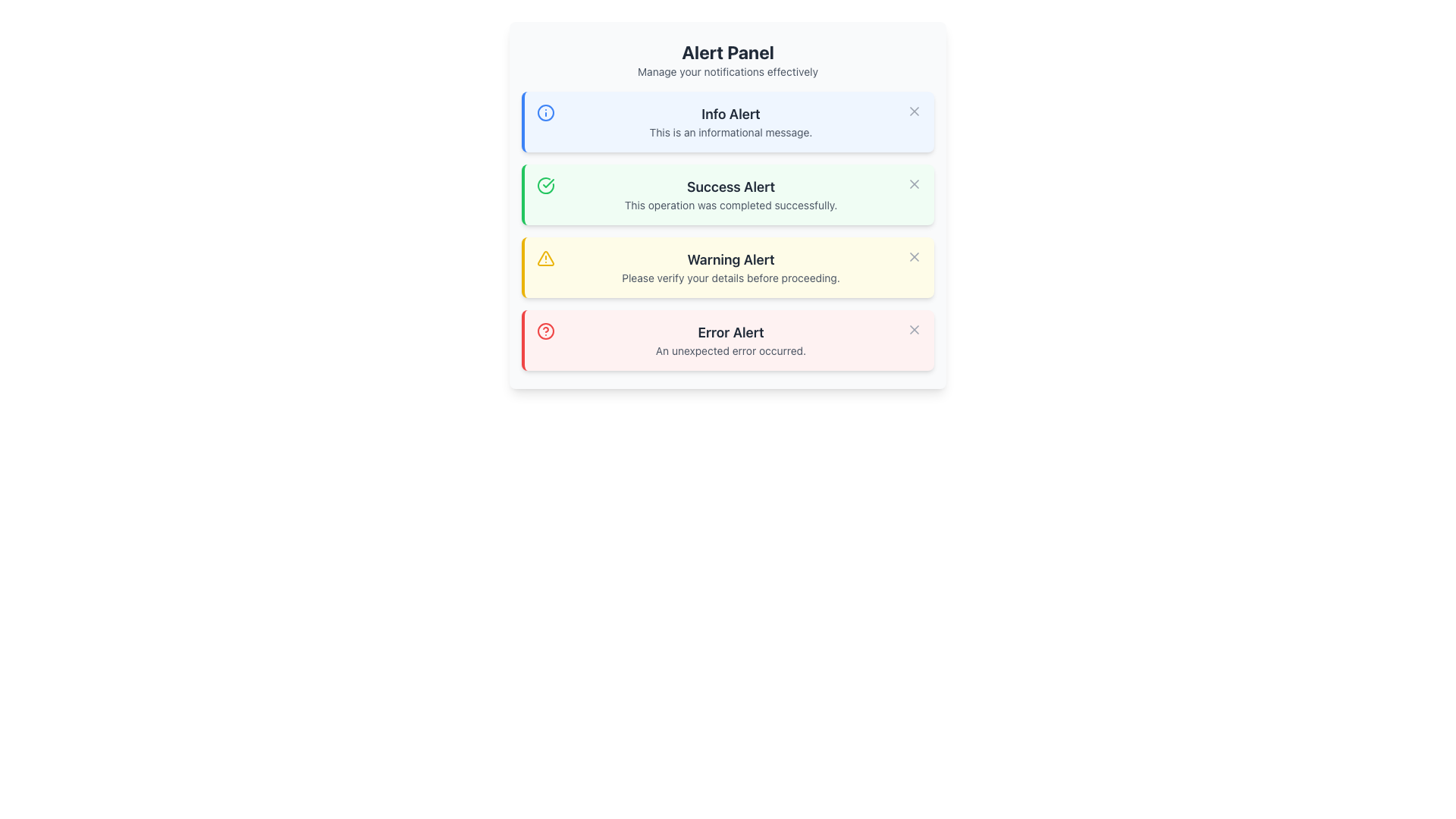  I want to click on the 'Error Alert' text element, which is bold and dark gray, located in the fourth alert box within a red box on a light red background, so click(731, 332).